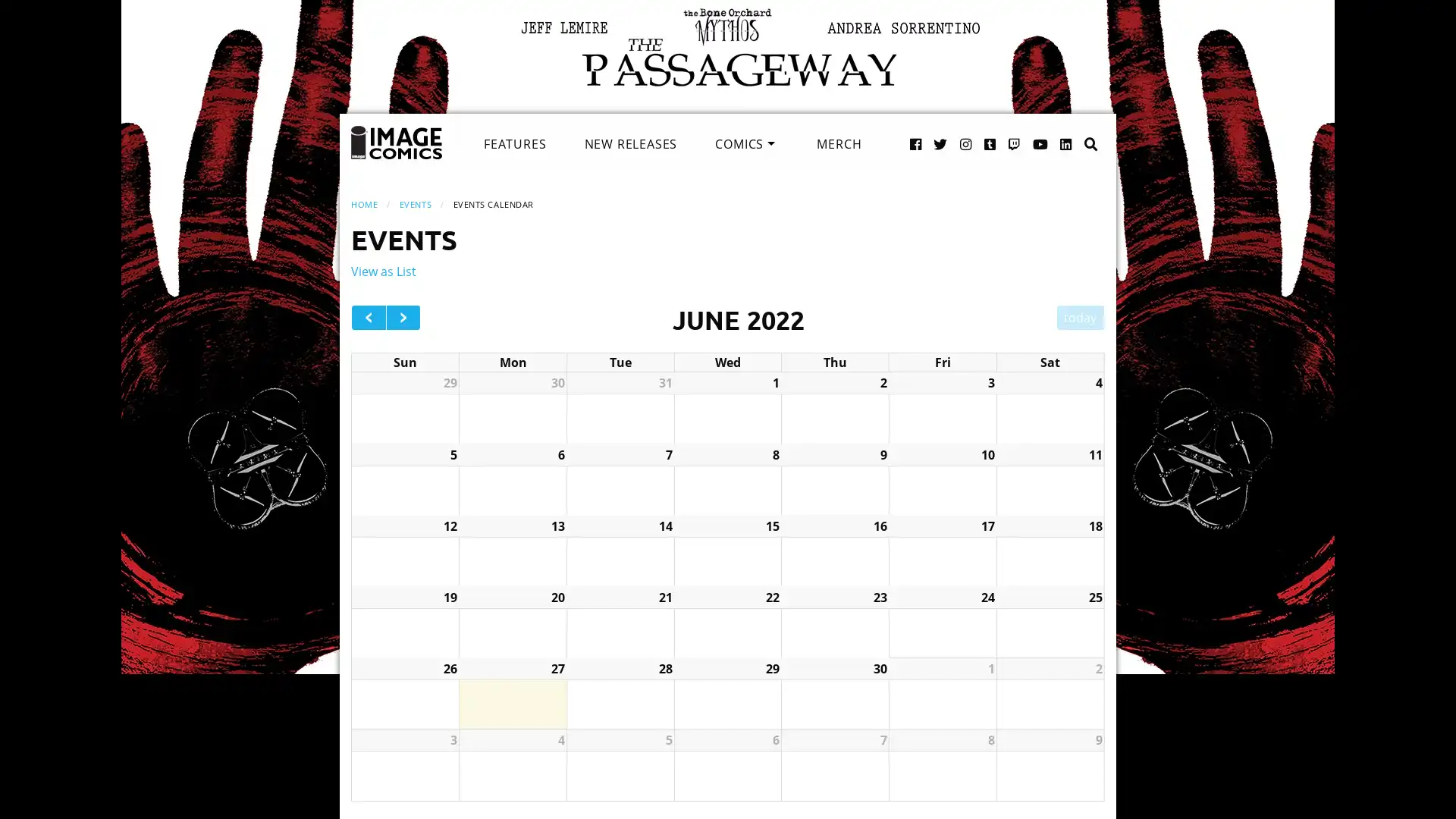 This screenshot has width=1456, height=819. What do you see at coordinates (1079, 316) in the screenshot?
I see `today` at bounding box center [1079, 316].